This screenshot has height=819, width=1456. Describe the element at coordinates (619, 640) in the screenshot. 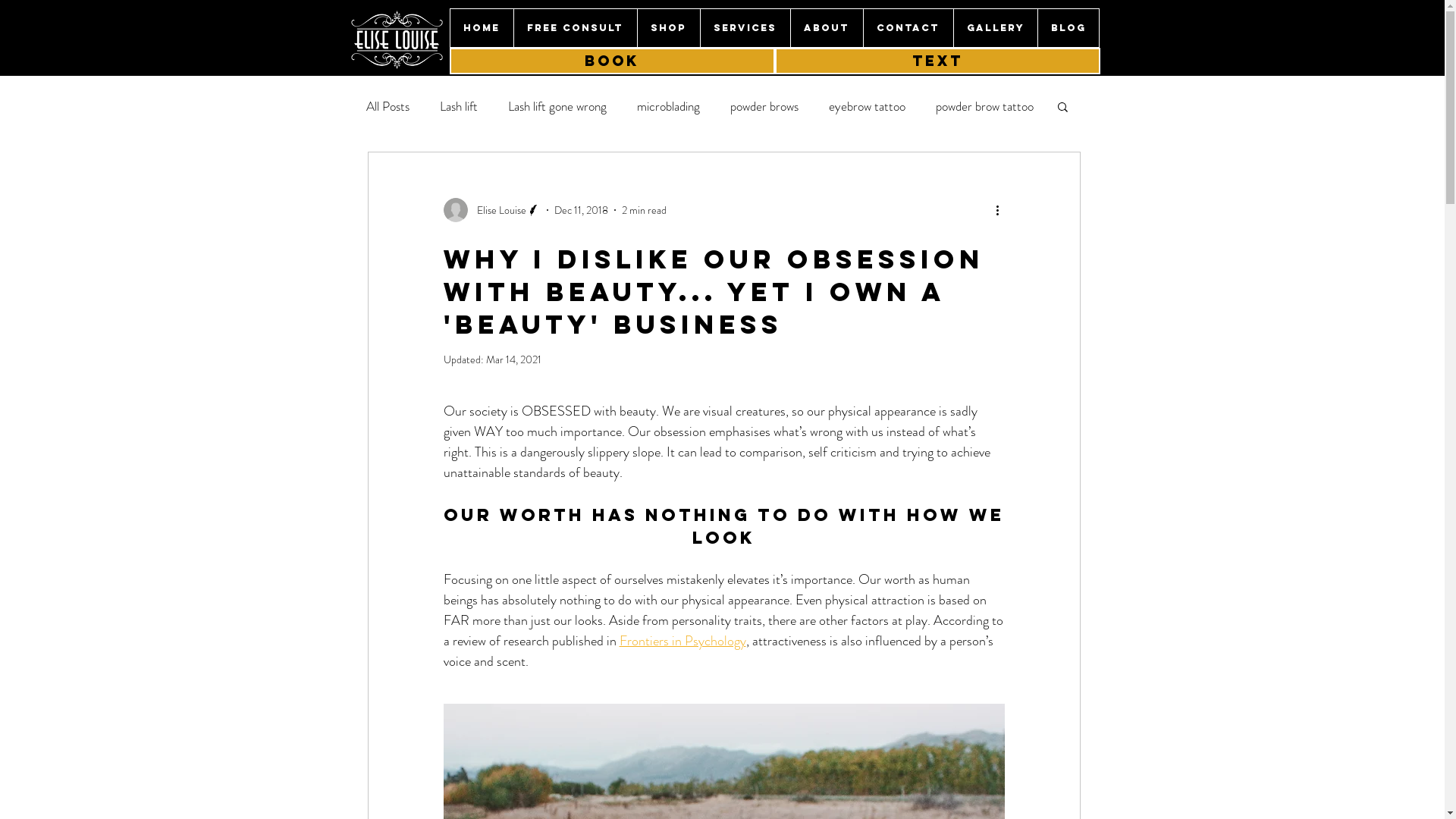

I see `'Frontiers in Psychology'` at that location.